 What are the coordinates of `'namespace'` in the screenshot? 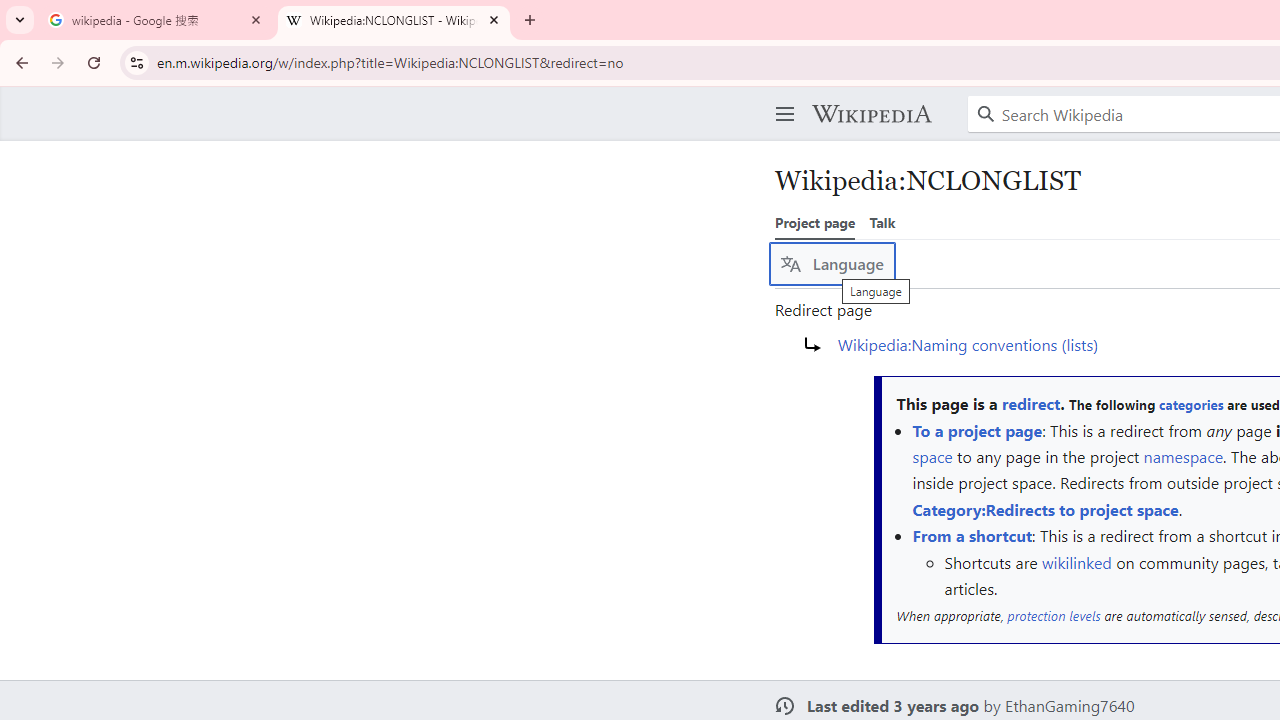 It's located at (1183, 456).